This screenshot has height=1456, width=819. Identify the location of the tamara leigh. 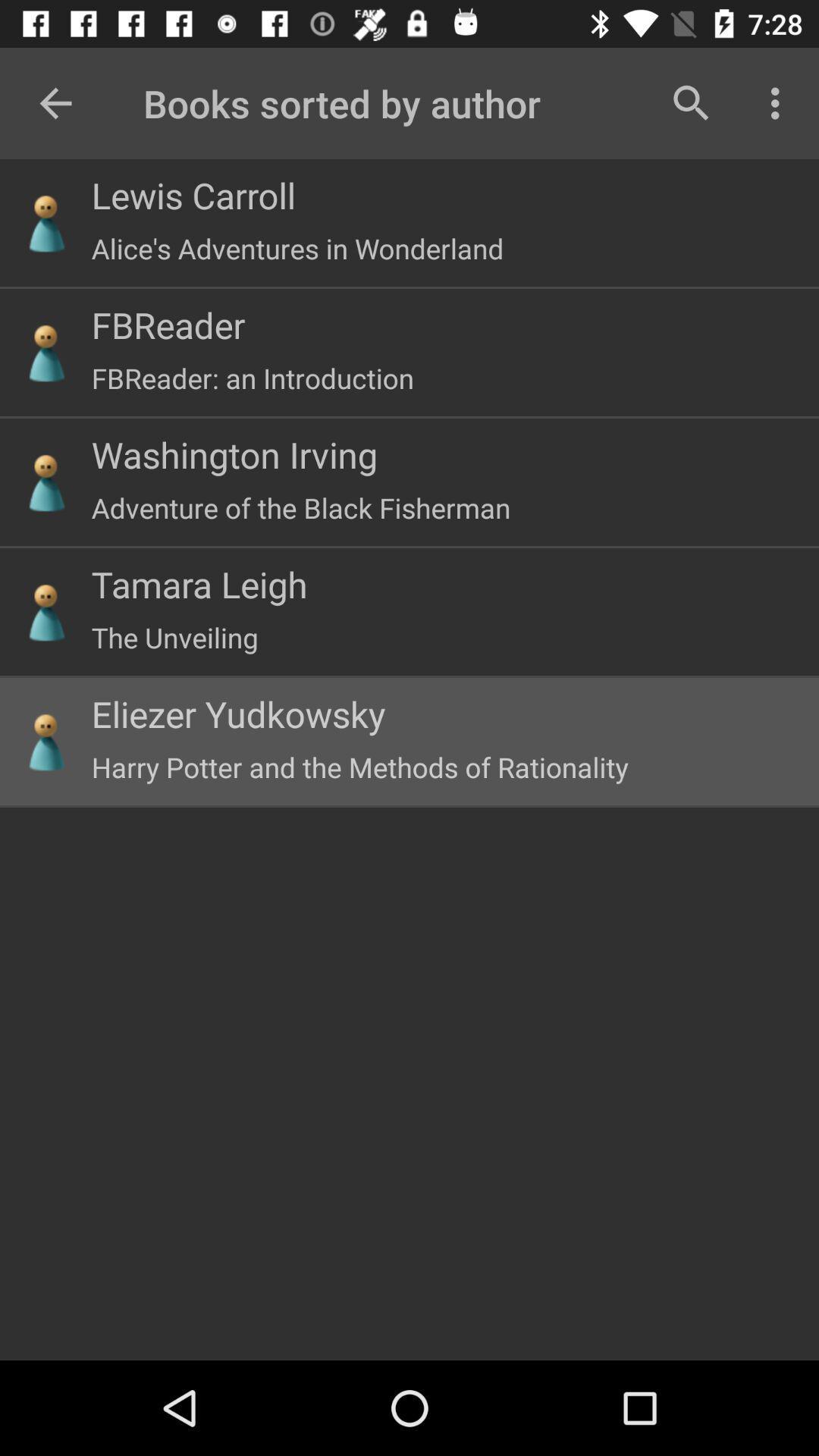
(199, 583).